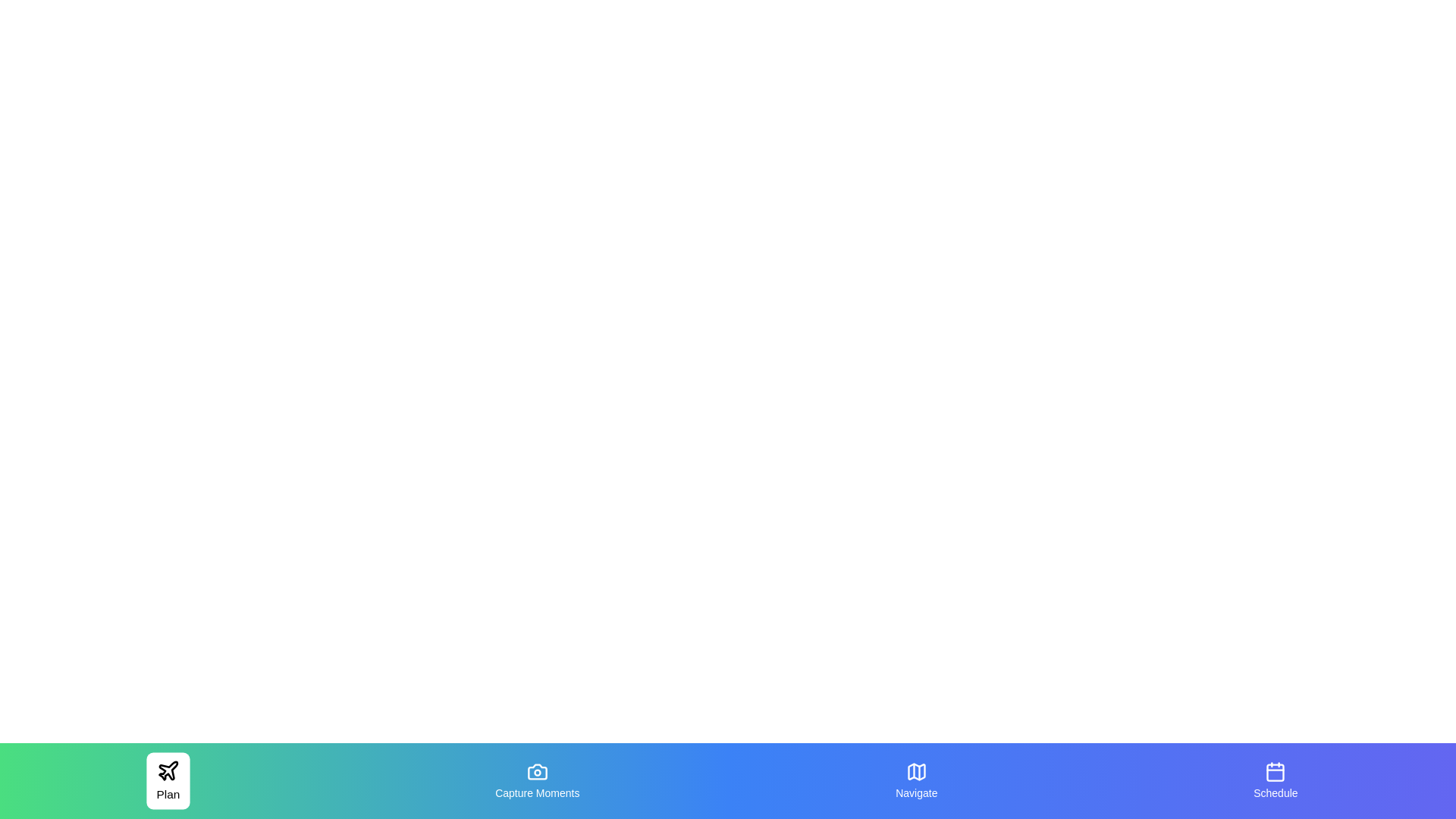 This screenshot has width=1456, height=819. What do you see at coordinates (1275, 772) in the screenshot?
I see `the icon associated with the tab Schedule` at bounding box center [1275, 772].